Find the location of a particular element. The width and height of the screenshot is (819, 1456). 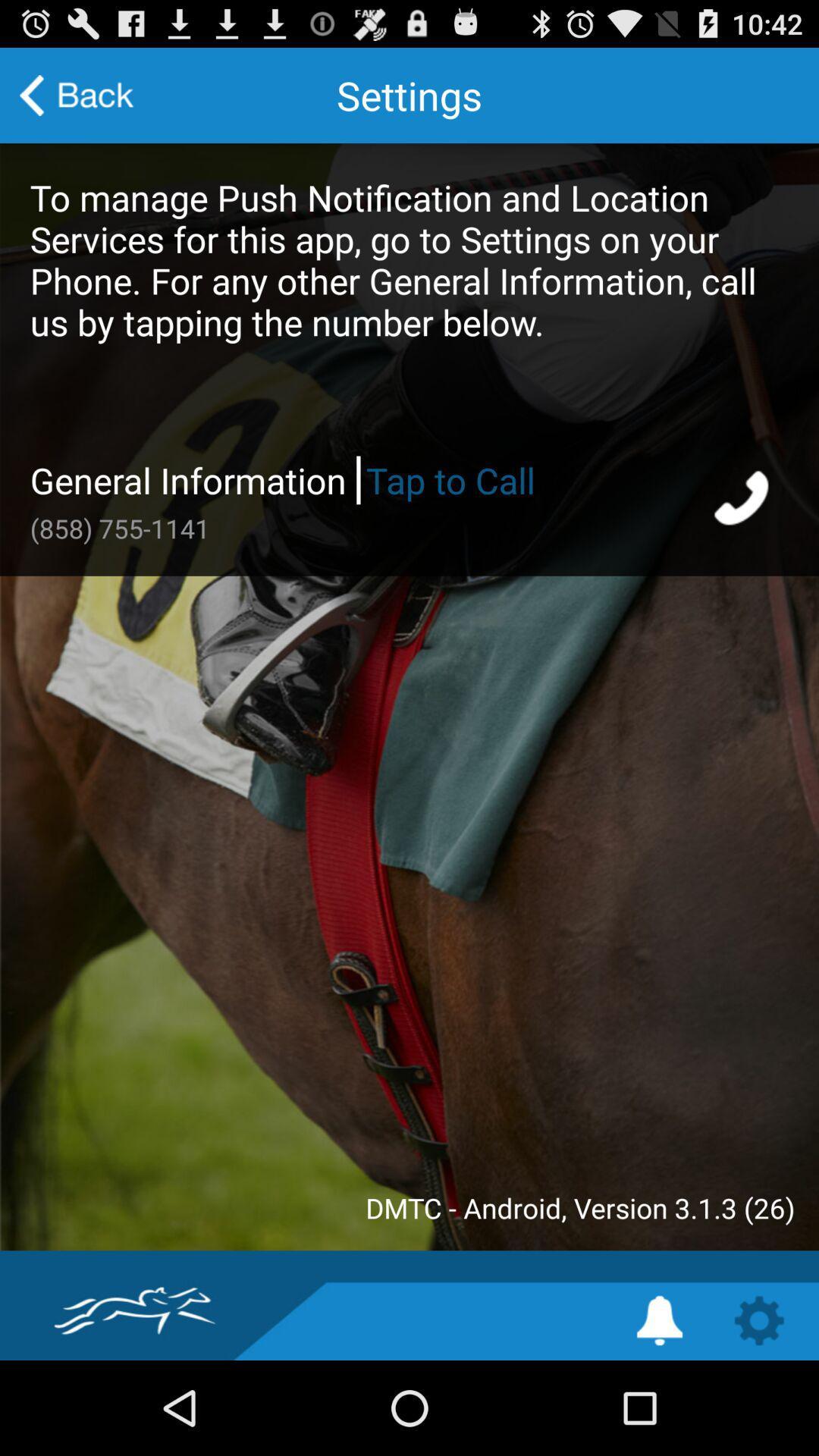

the setting is located at coordinates (659, 1319).